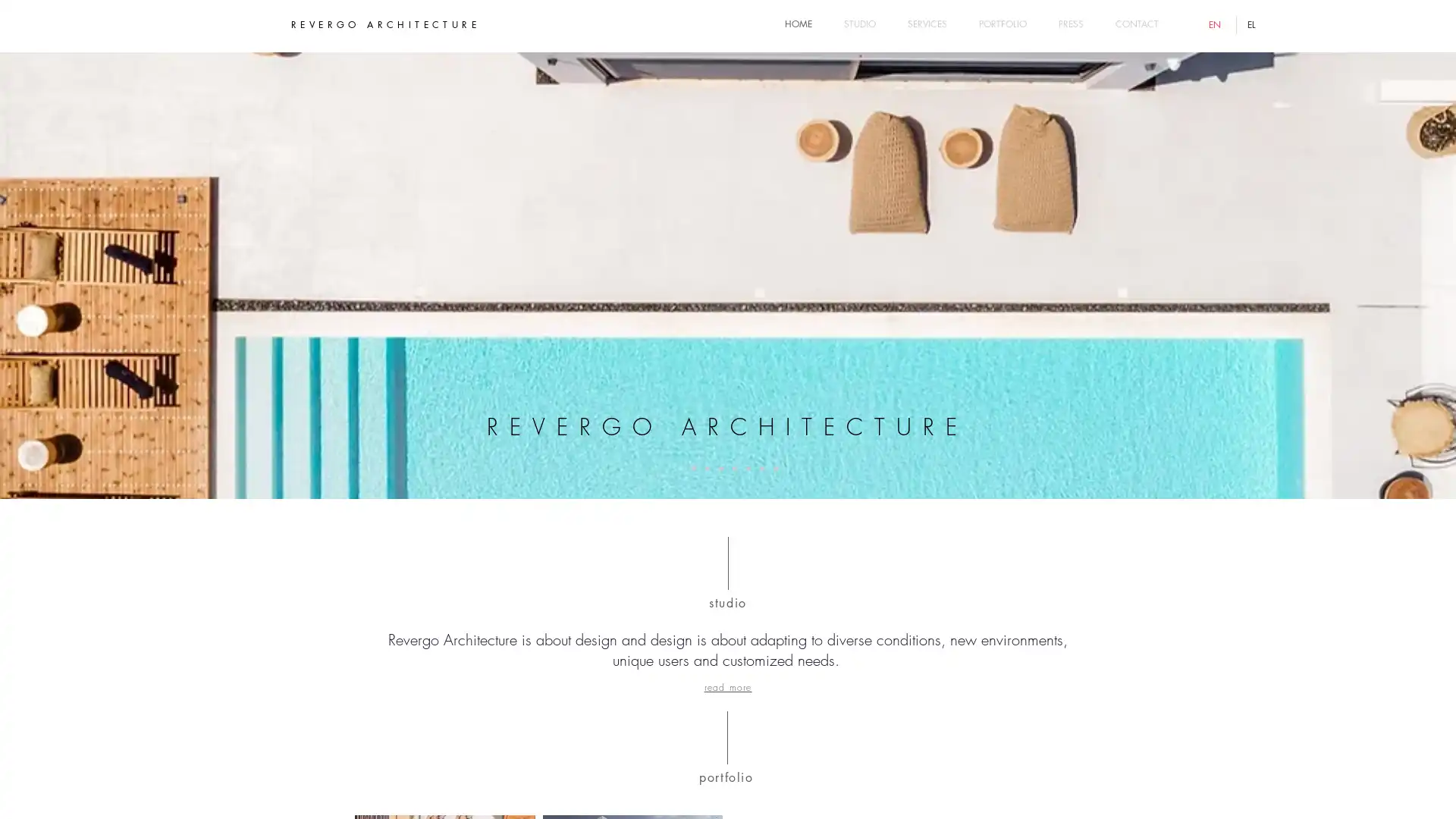 This screenshot has width=1456, height=819. I want to click on Greek, so click(1252, 25).